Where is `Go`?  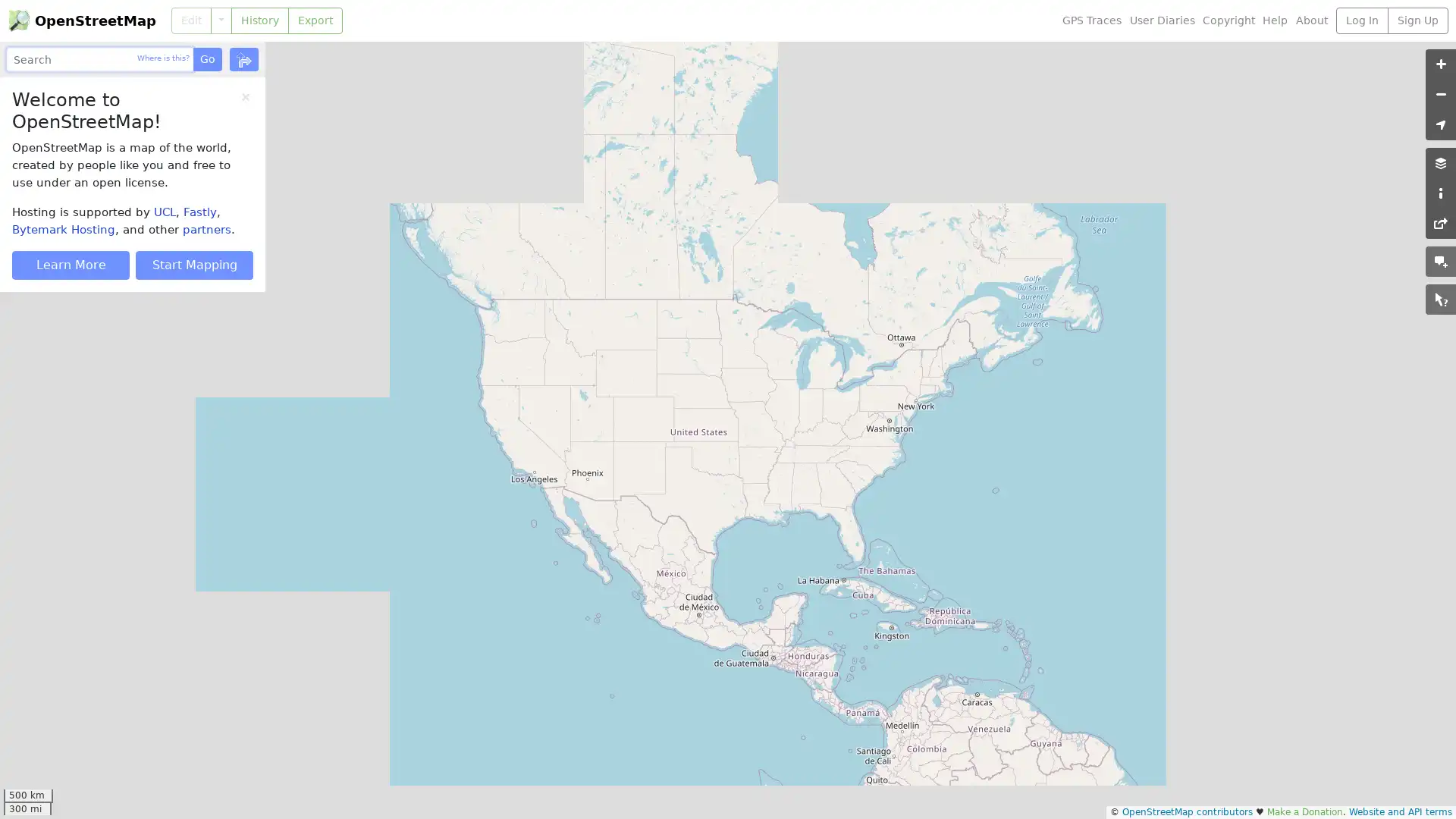
Go is located at coordinates (206, 58).